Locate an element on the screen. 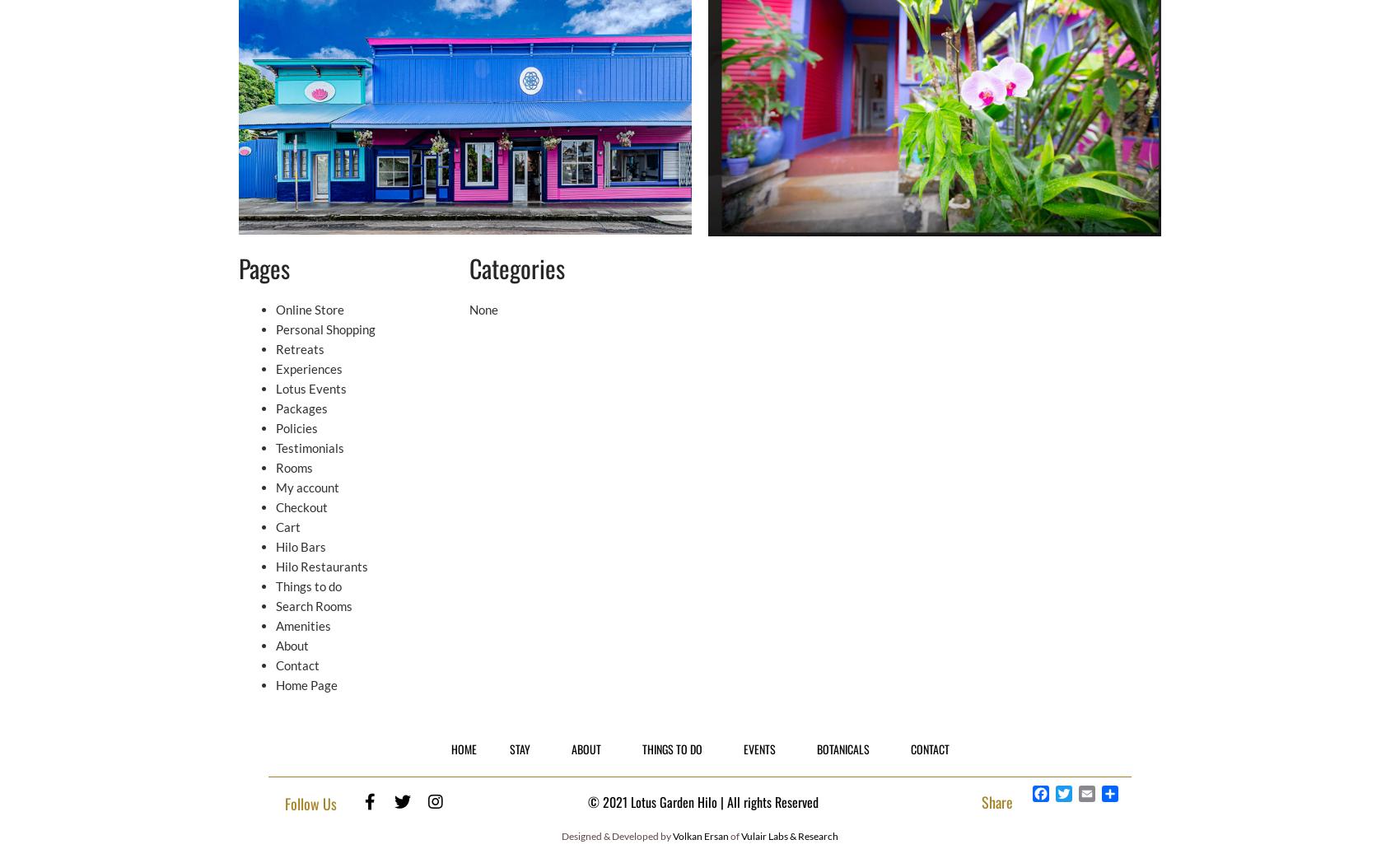 The image size is (1400, 863). 'Hilo Restaurants' is located at coordinates (321, 567).